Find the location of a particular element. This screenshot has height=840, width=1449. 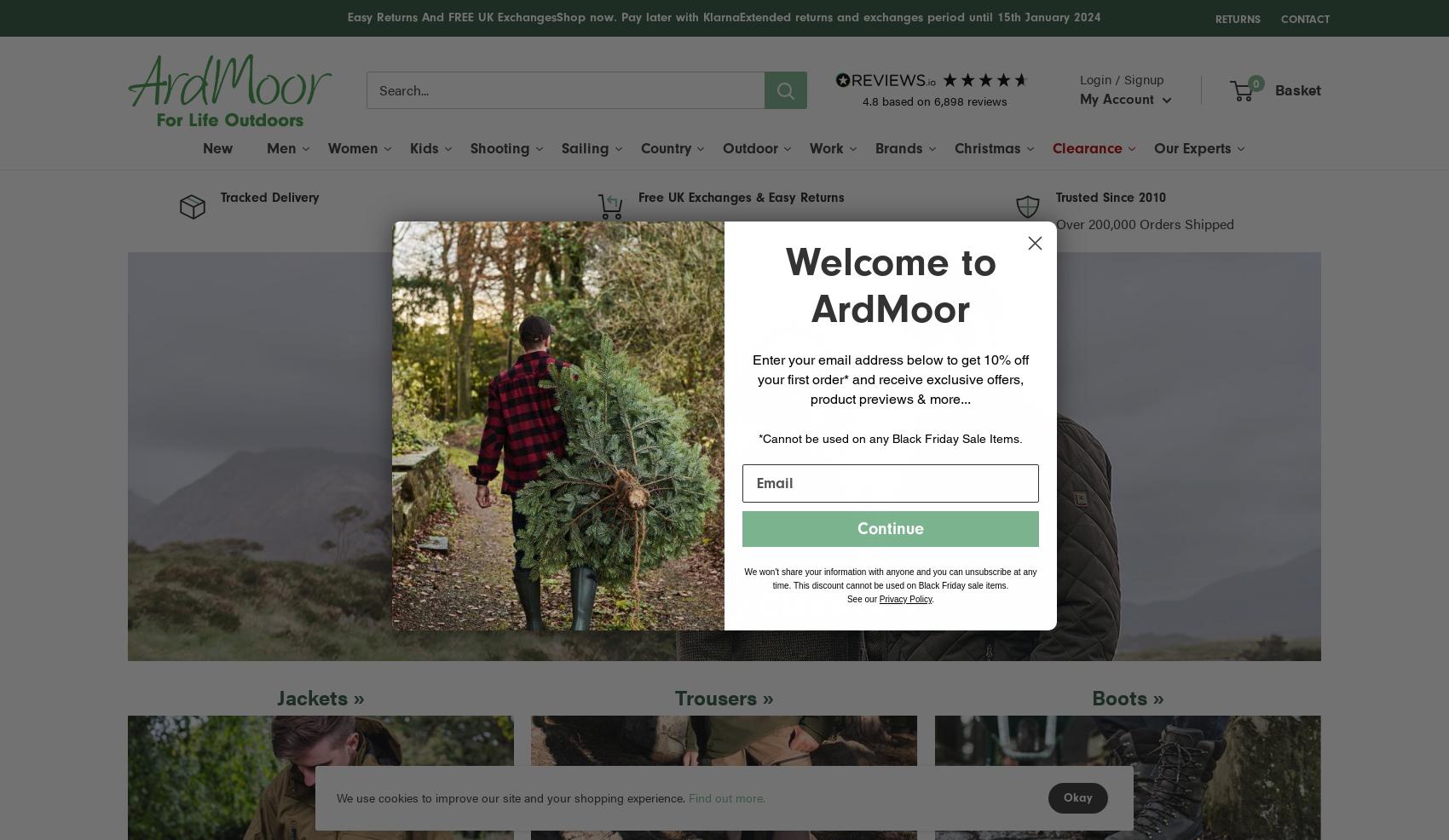

'Free UK Exchanges & Easy Returns' is located at coordinates (742, 197).